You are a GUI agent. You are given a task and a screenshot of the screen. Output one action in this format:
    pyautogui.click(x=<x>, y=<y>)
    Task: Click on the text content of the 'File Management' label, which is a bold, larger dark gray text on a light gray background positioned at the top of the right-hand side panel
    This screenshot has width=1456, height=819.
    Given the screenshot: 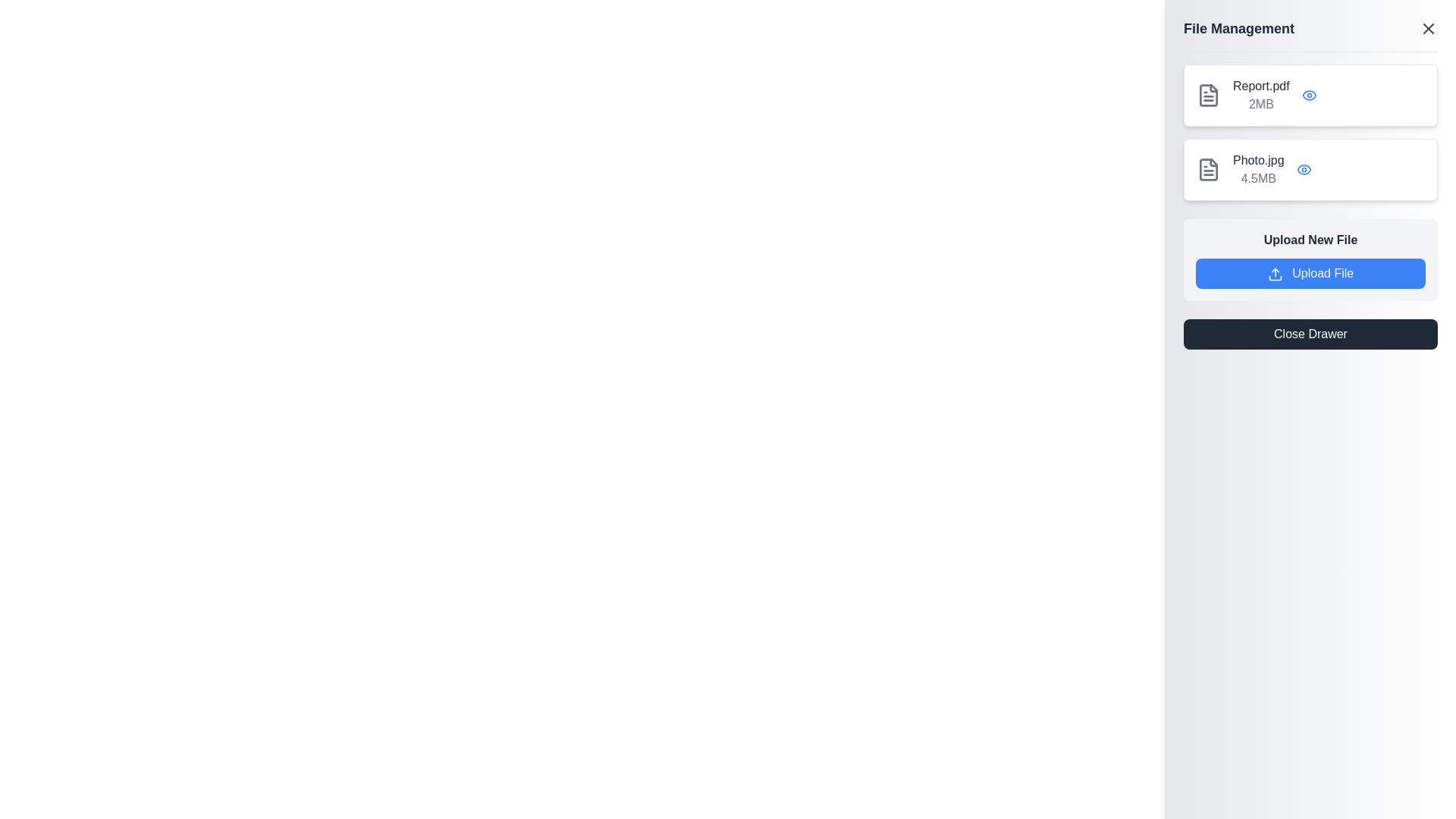 What is the action you would take?
    pyautogui.click(x=1239, y=29)
    